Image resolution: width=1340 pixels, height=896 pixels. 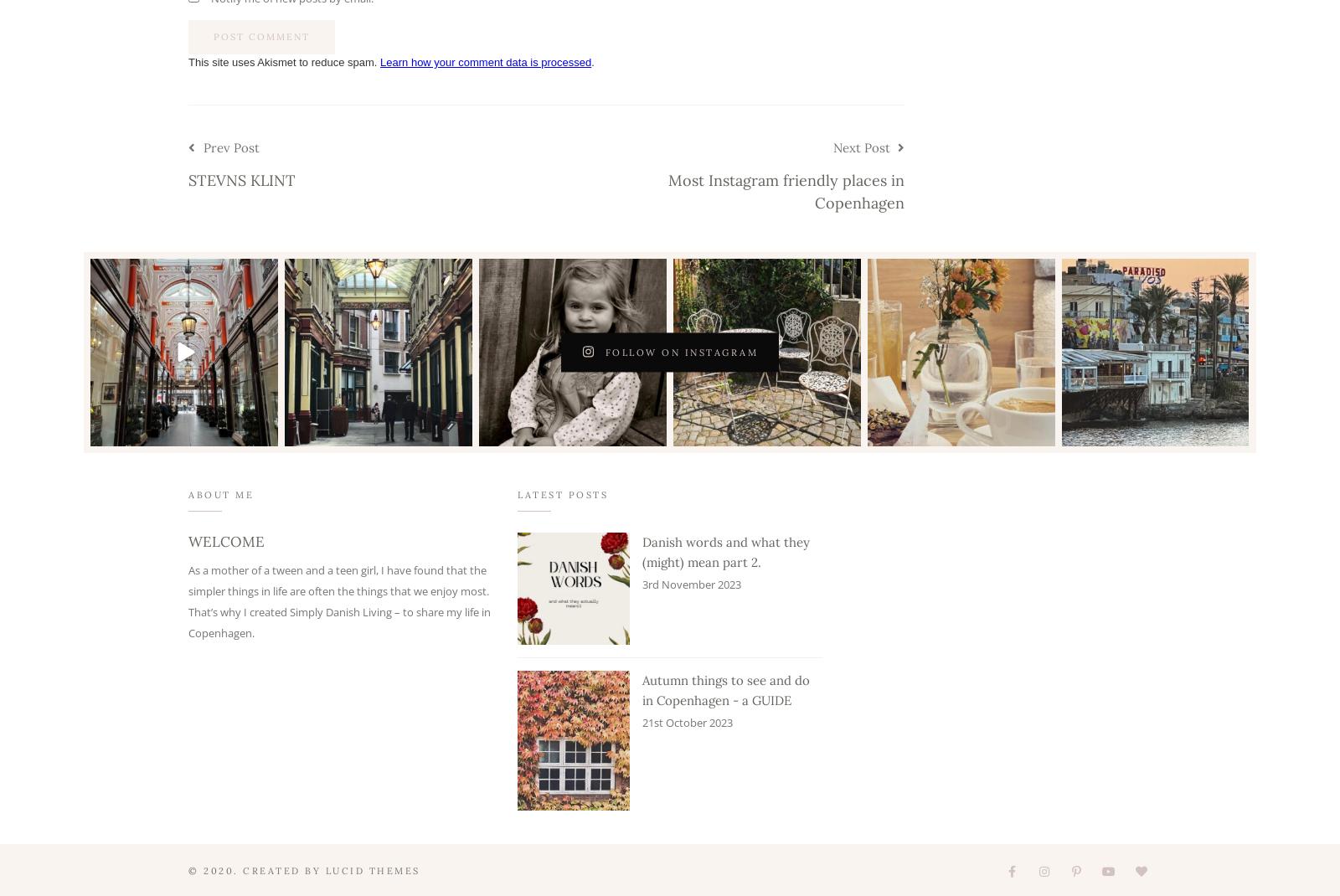 What do you see at coordinates (725, 552) in the screenshot?
I see `'Danish words and what they (might) mean part 2.'` at bounding box center [725, 552].